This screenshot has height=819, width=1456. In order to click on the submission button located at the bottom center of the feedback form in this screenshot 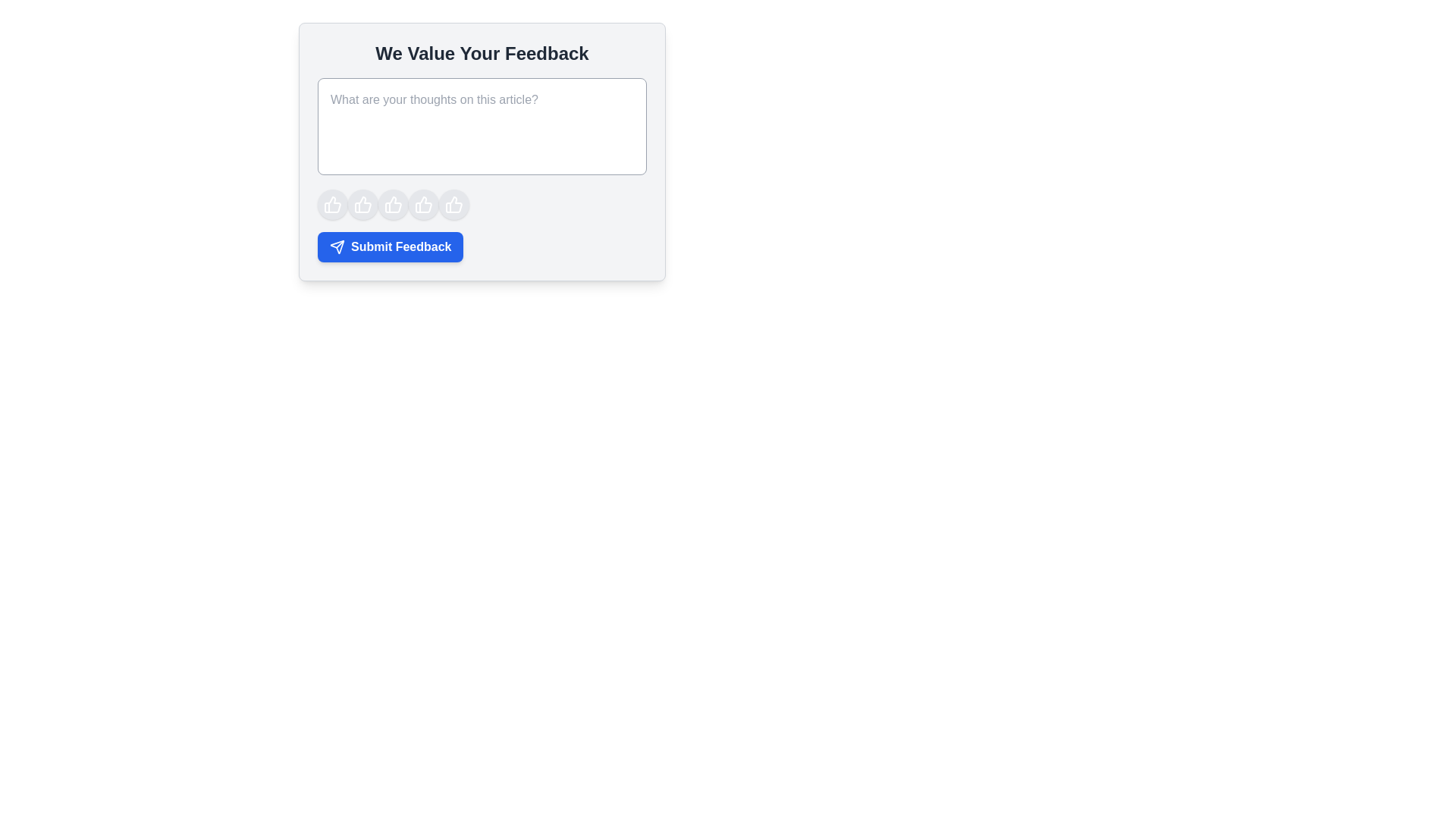, I will do `click(391, 246)`.